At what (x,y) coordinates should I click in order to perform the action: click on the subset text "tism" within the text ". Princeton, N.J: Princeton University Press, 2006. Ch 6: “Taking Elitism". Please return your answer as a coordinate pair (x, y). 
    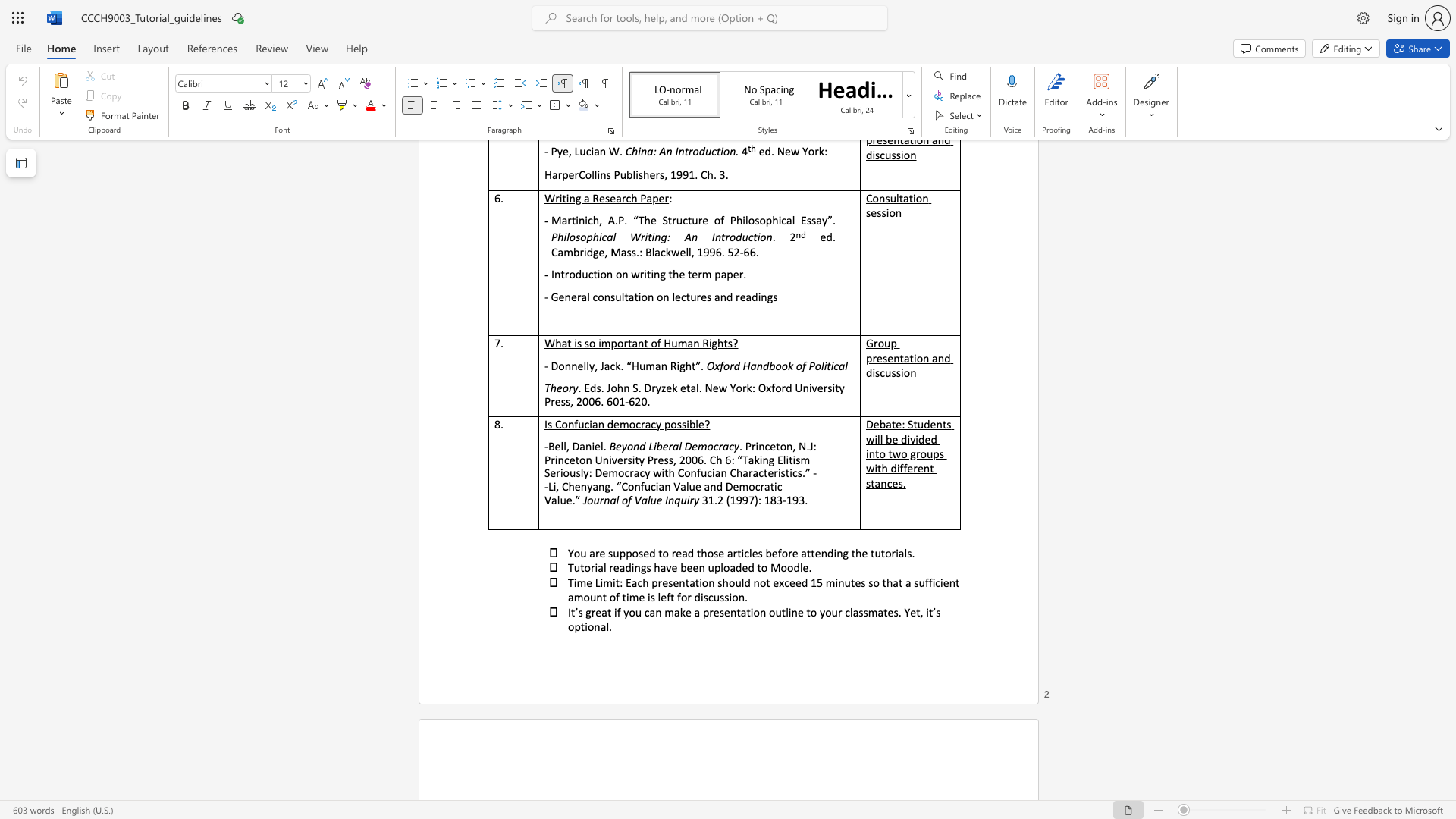
    Looking at the image, I should click on (789, 459).